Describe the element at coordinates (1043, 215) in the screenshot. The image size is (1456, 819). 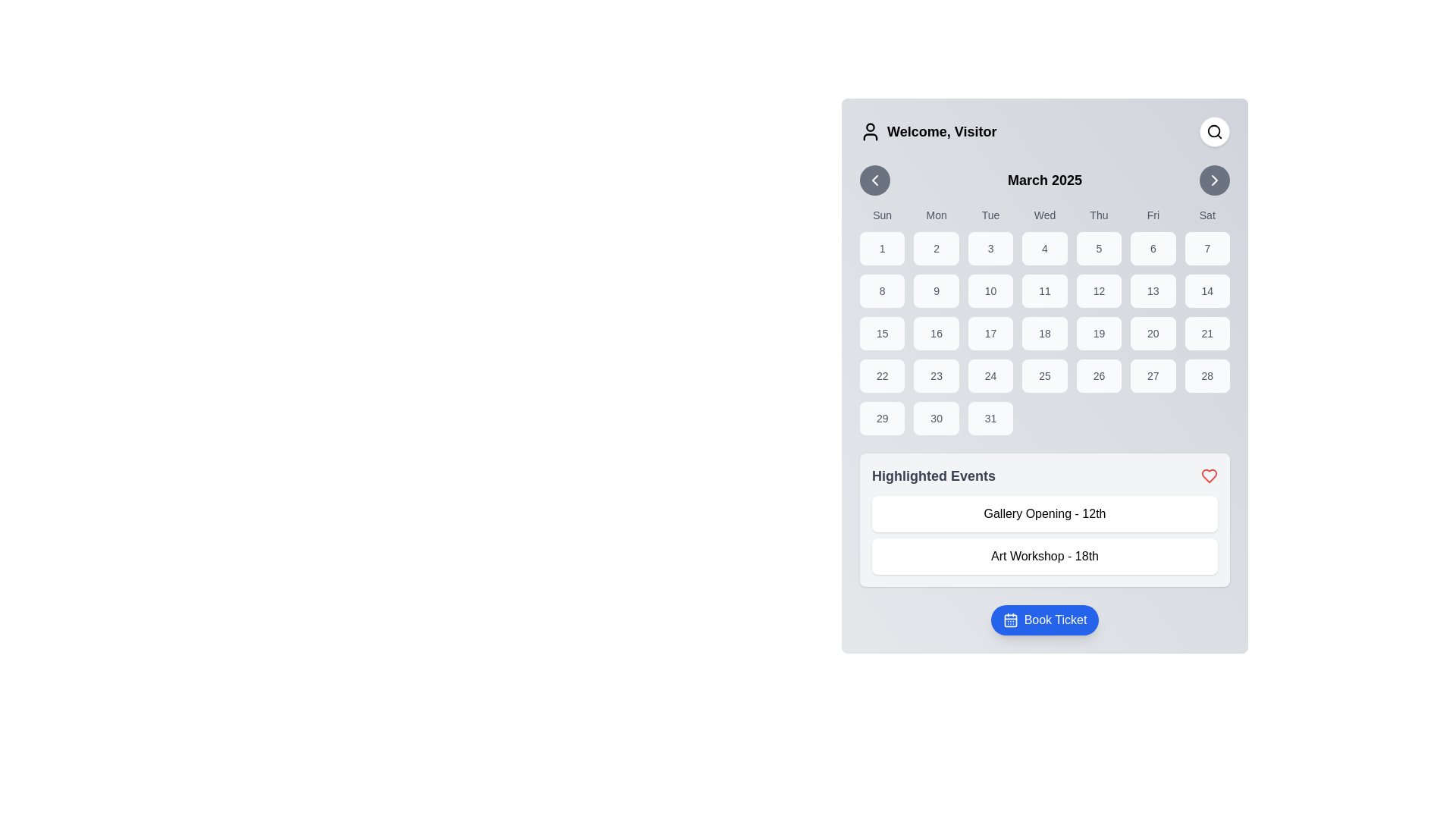
I see `the text label displaying 'Wed,' which is the fourth item in a row of weekday abbreviations in the calendar interface` at that location.